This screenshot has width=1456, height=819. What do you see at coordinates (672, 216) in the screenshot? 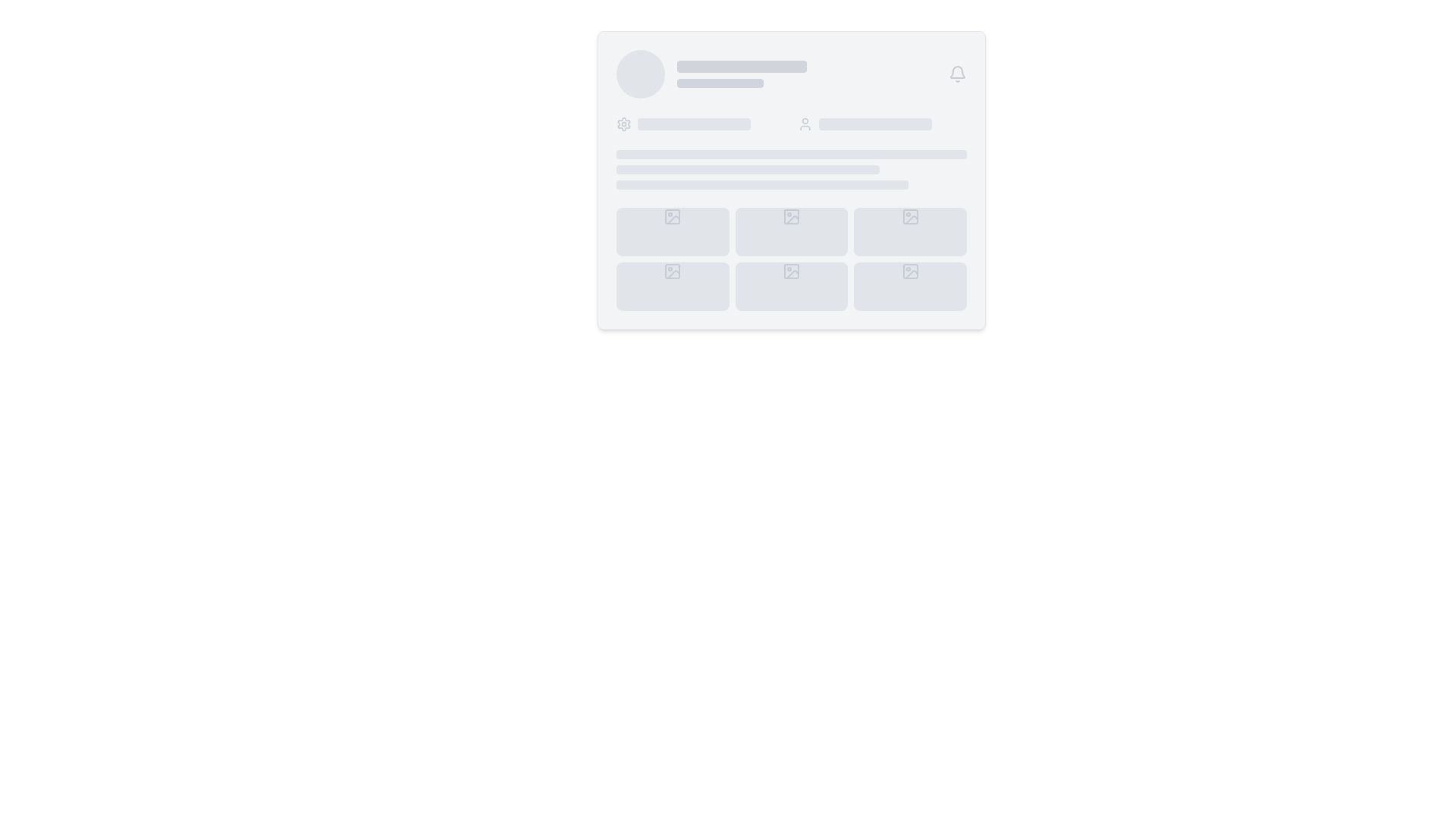
I see `the first row, first column placeholder or preview box to interact with it` at bounding box center [672, 216].